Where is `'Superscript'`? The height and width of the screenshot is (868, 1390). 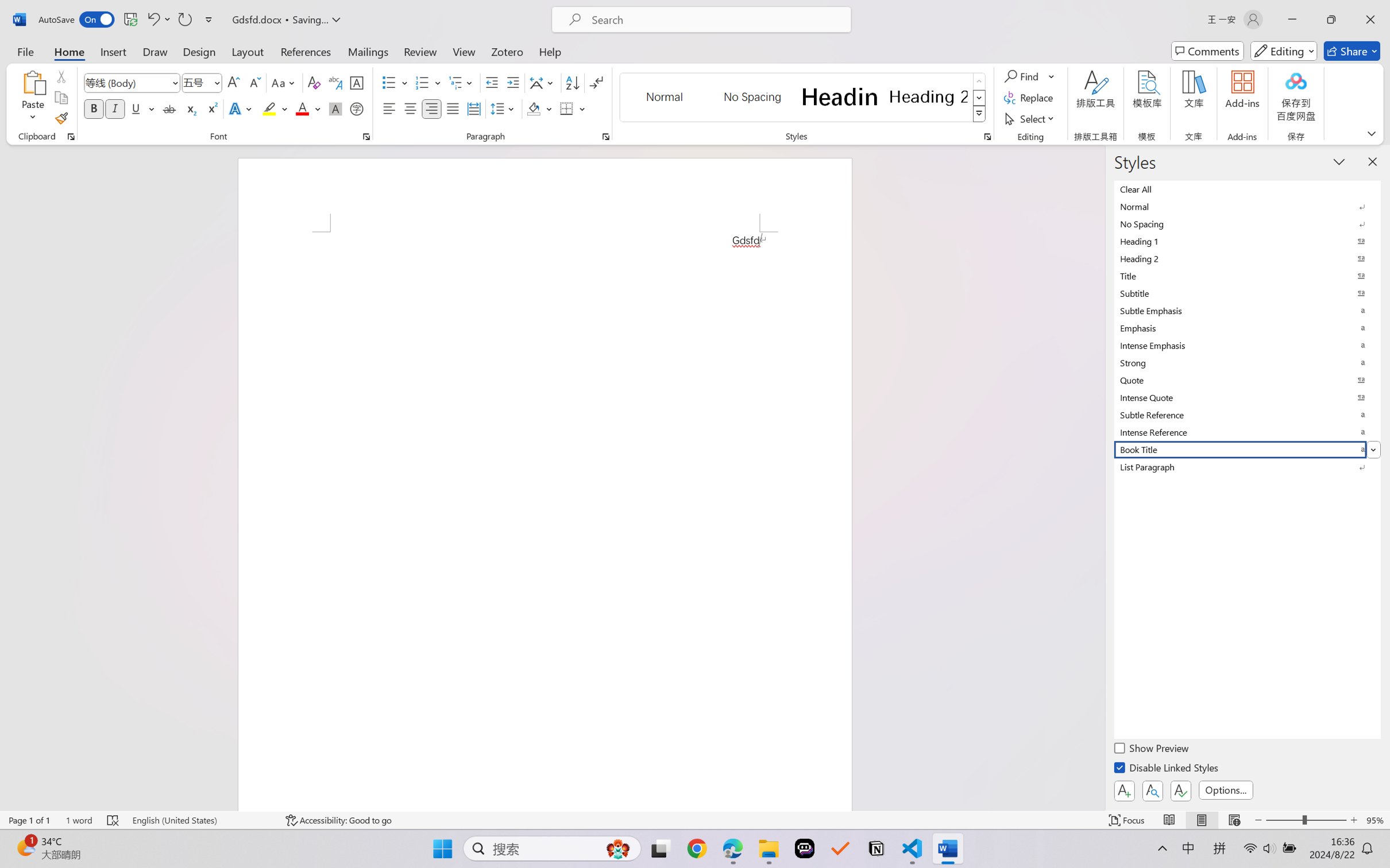
'Superscript' is located at coordinates (211, 108).